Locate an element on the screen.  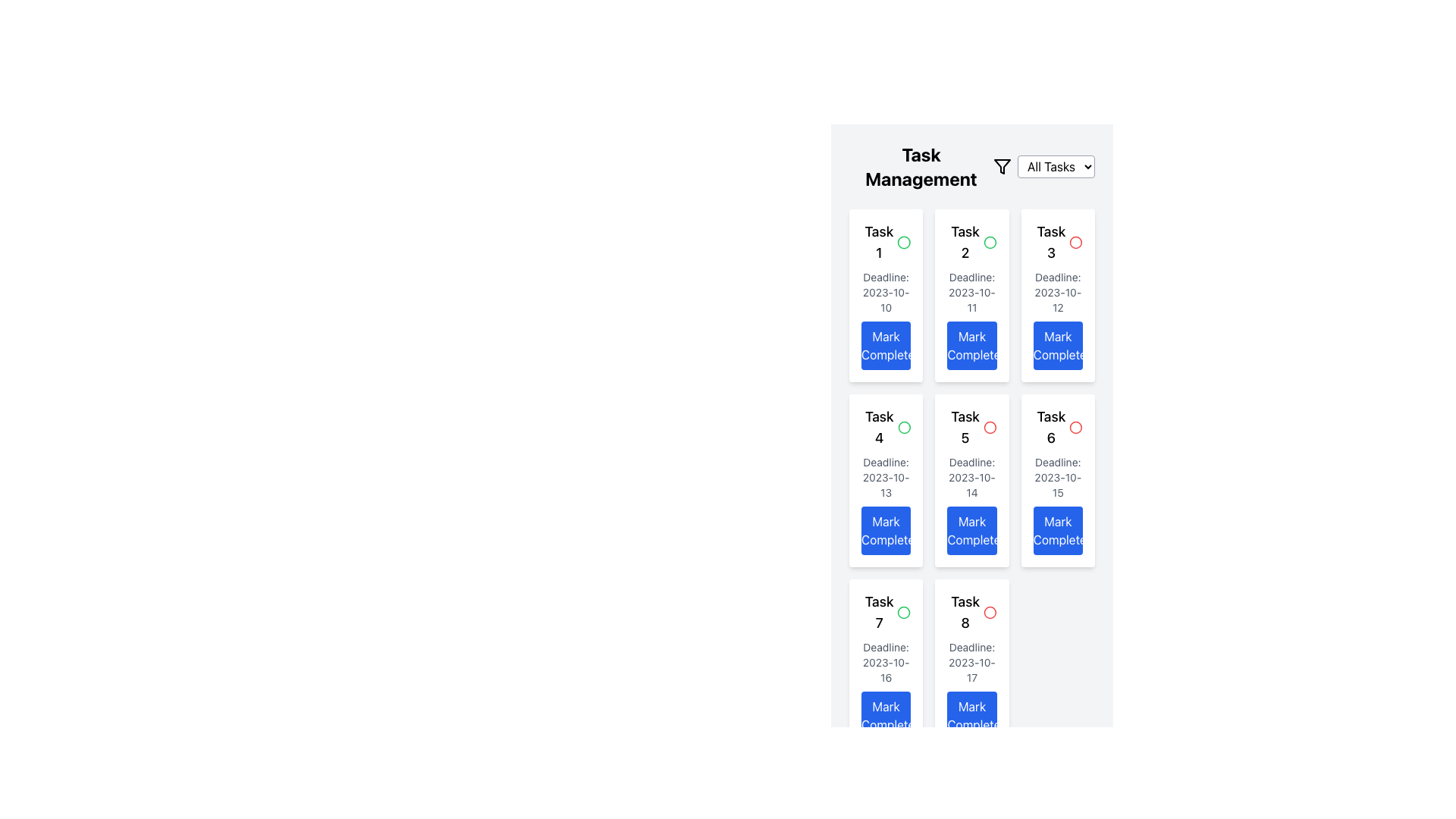
the bold static text label reading 'Task 6' located at the top of its card in the sixth position of the task grid layout is located at coordinates (1050, 427).